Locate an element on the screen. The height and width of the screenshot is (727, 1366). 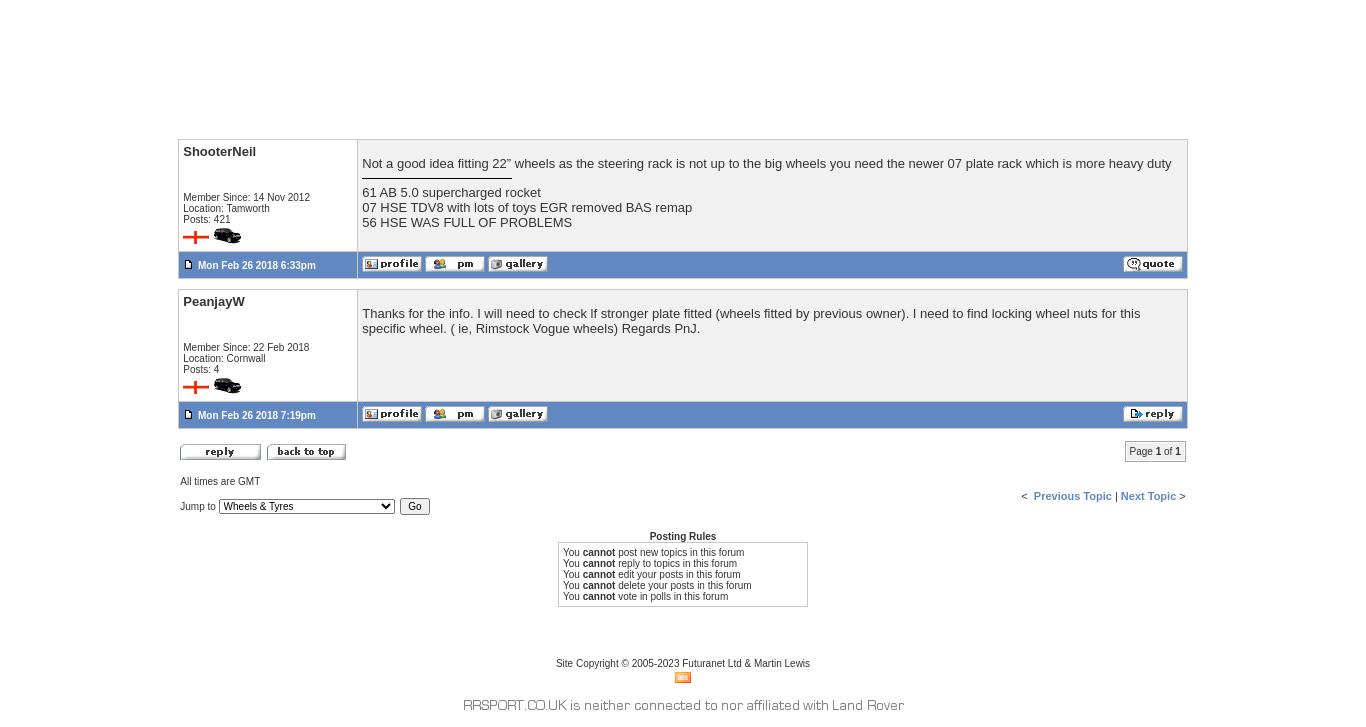
'Thanks for the info. I will need to check lf stronger plate fitted (wheels fitted by previous owner). I need to find locking wheel nuts for this specific wheel. ( ie, Rimstock Vogue wheels)  Regards PnJ.' is located at coordinates (751, 320).